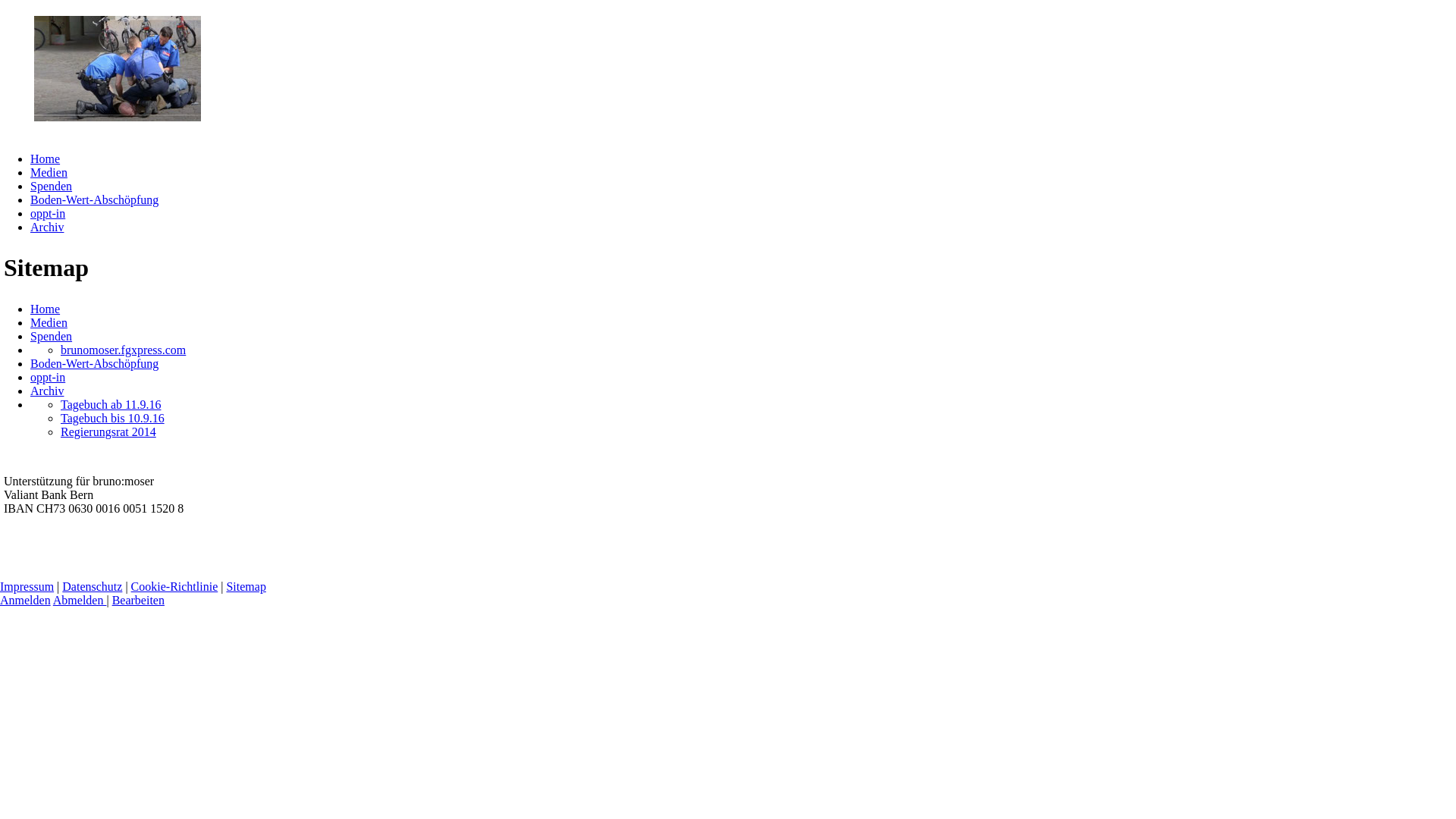 The height and width of the screenshot is (819, 1456). What do you see at coordinates (108, 431) in the screenshot?
I see `'Regierungsrat 2014'` at bounding box center [108, 431].